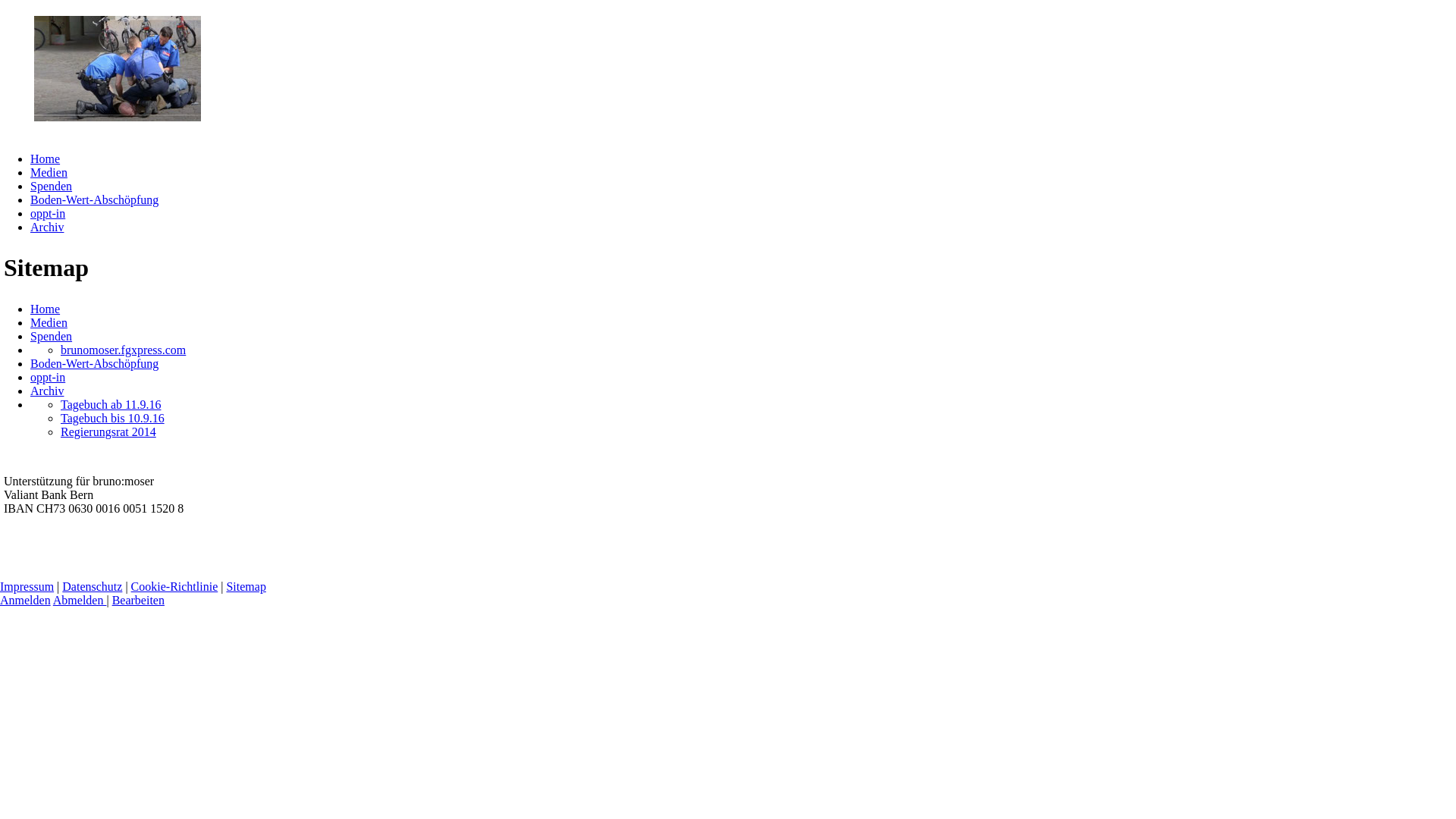 The height and width of the screenshot is (819, 1456). What do you see at coordinates (108, 431) in the screenshot?
I see `'Regierungsrat 2014'` at bounding box center [108, 431].